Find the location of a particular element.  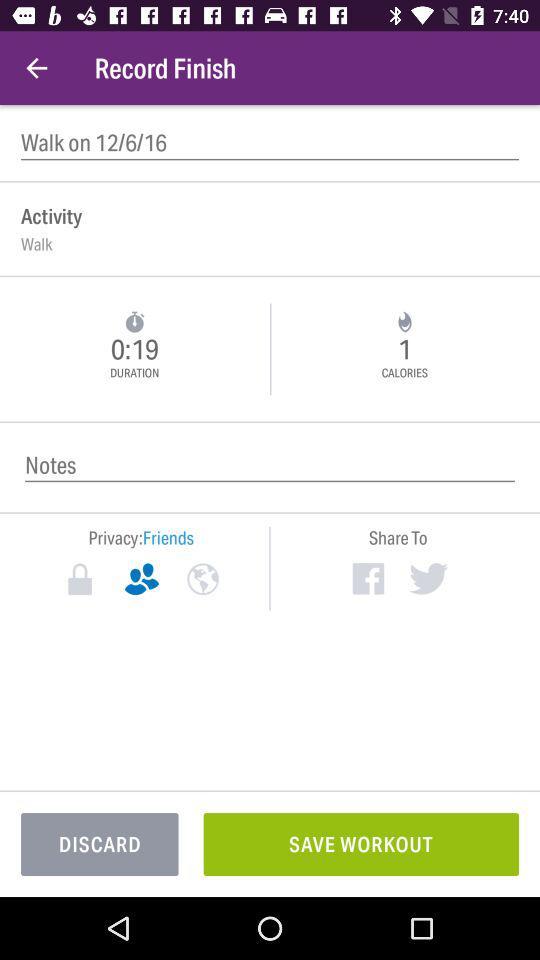

privacy settings is located at coordinates (79, 579).